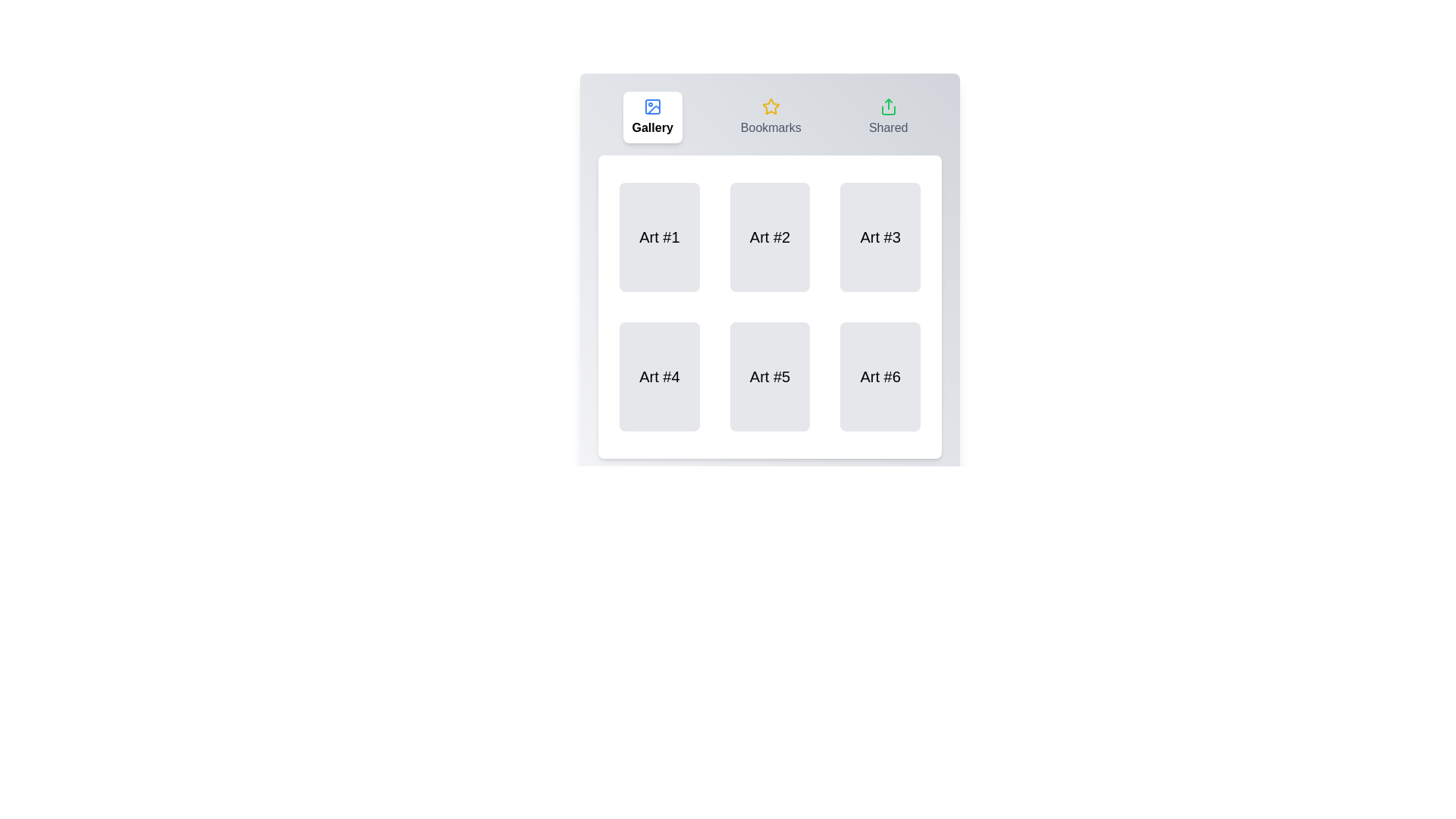 This screenshot has height=819, width=1456. Describe the element at coordinates (888, 116) in the screenshot. I see `the Shared tab by clicking on its button` at that location.